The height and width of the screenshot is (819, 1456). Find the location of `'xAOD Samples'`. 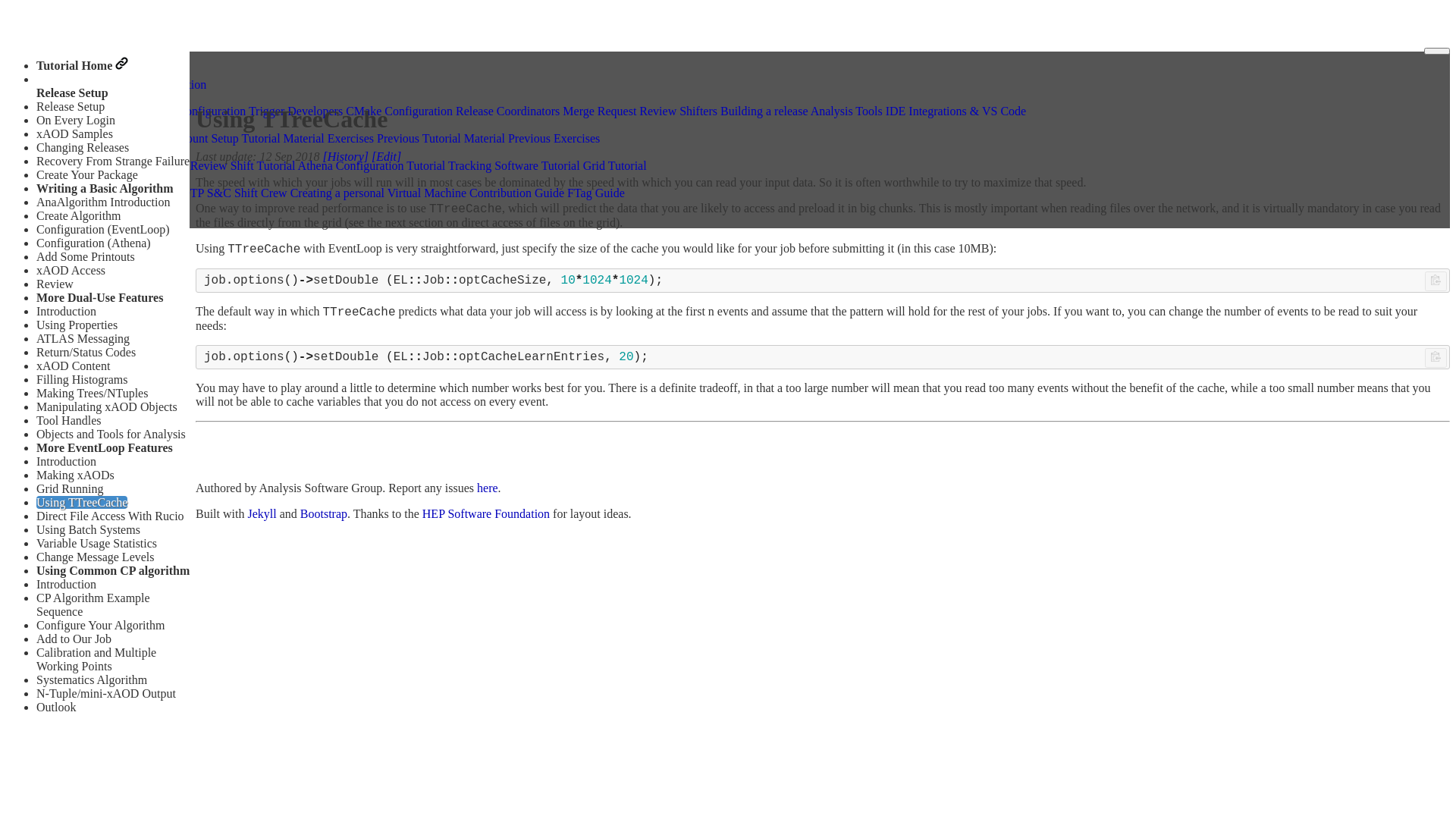

'xAOD Samples' is located at coordinates (74, 133).